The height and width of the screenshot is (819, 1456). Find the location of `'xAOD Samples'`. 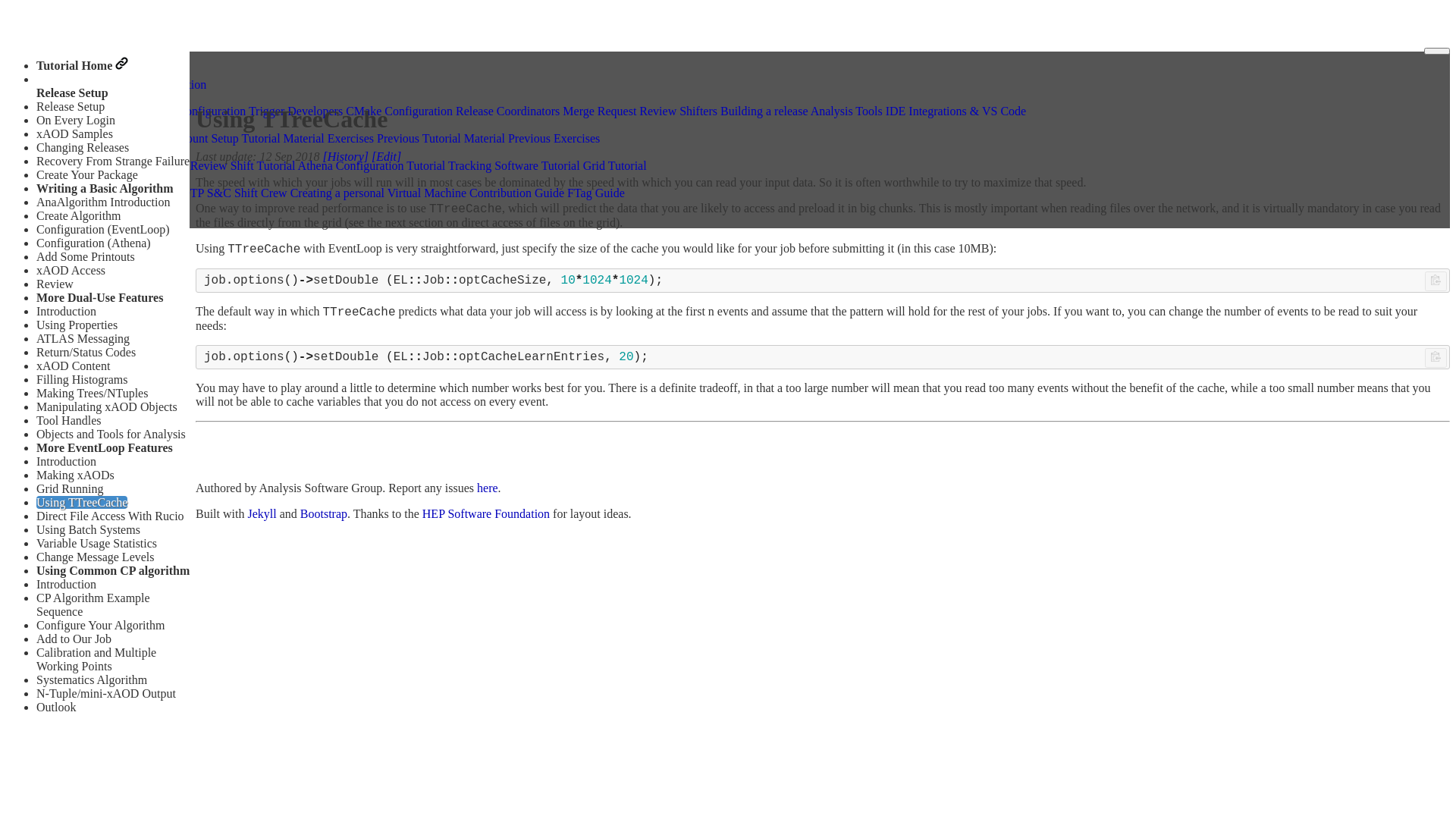

'xAOD Samples' is located at coordinates (74, 133).